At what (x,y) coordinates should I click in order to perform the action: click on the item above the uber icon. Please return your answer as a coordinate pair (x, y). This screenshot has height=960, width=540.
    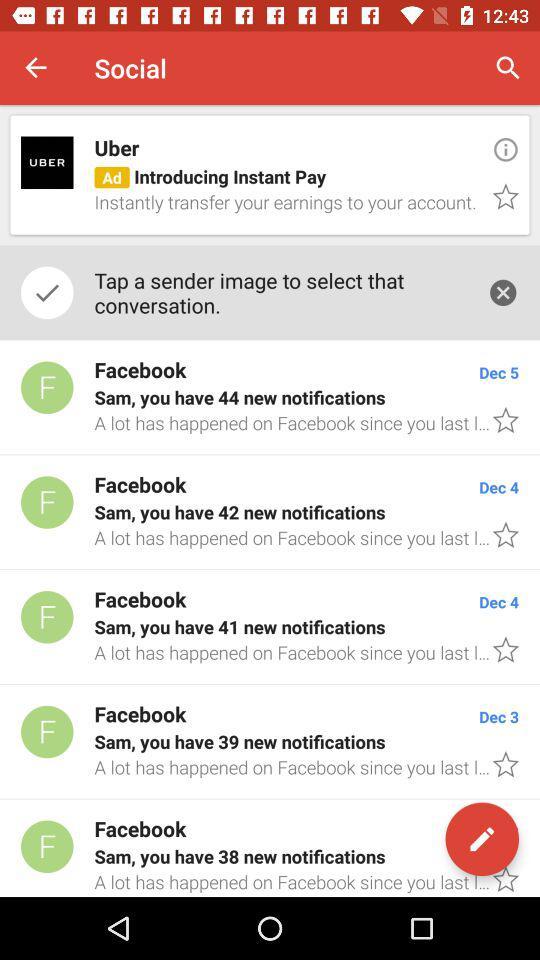
    Looking at the image, I should click on (508, 68).